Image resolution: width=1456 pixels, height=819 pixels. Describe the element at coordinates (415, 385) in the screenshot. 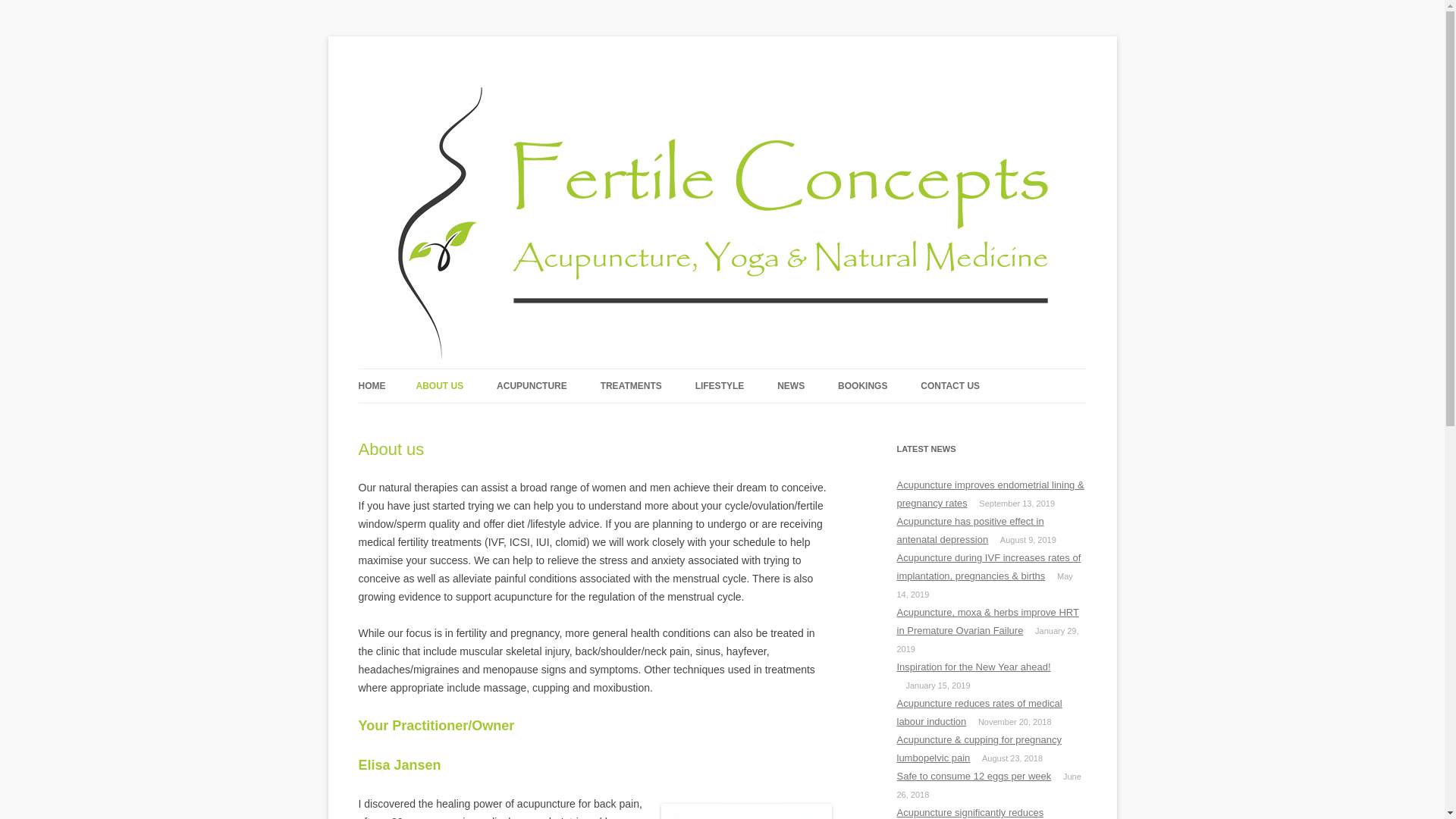

I see `'ABOUT US'` at that location.